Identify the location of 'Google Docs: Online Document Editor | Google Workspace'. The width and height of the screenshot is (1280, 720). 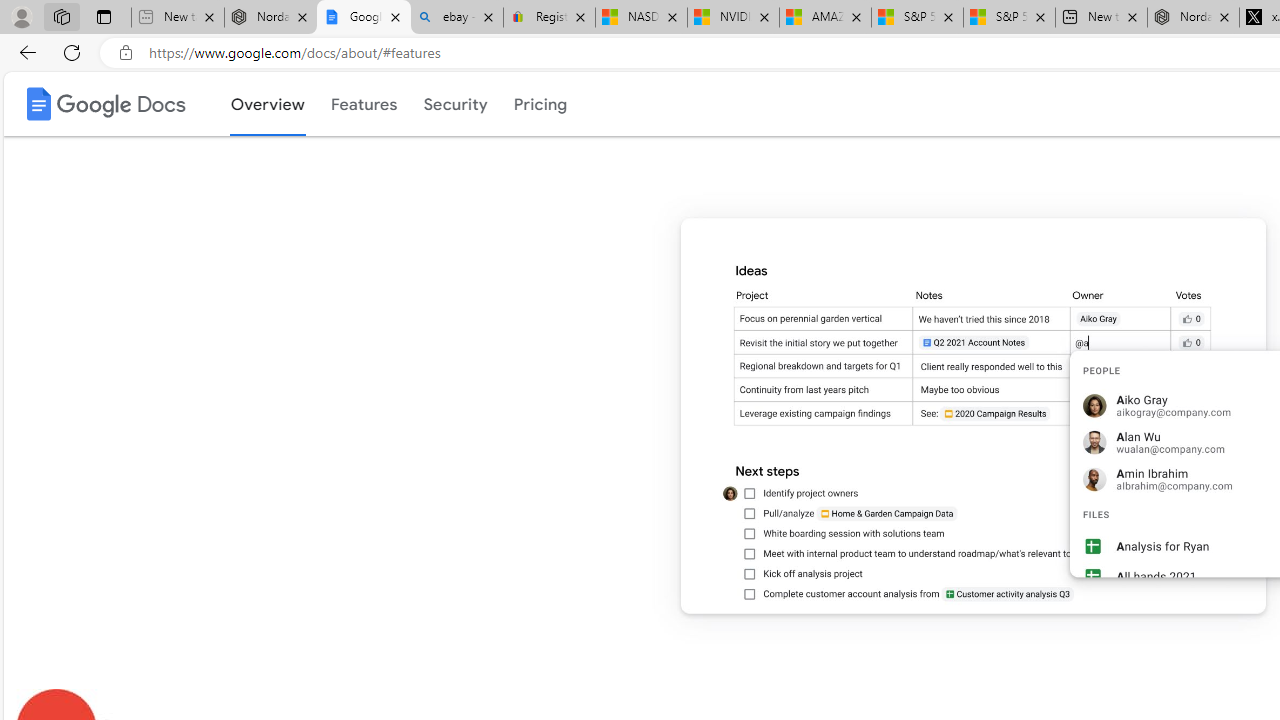
(363, 17).